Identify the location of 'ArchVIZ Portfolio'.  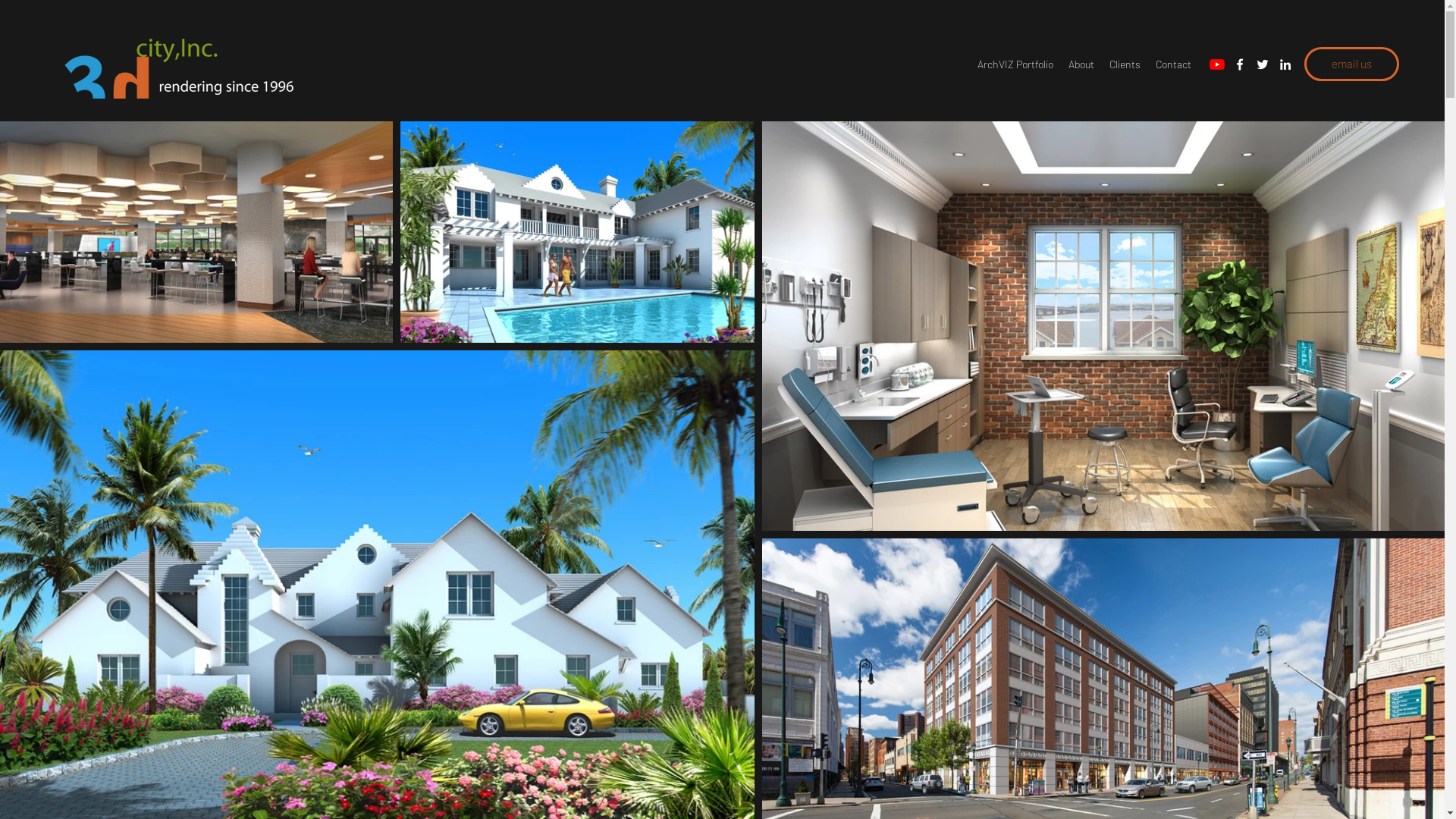
(1015, 63).